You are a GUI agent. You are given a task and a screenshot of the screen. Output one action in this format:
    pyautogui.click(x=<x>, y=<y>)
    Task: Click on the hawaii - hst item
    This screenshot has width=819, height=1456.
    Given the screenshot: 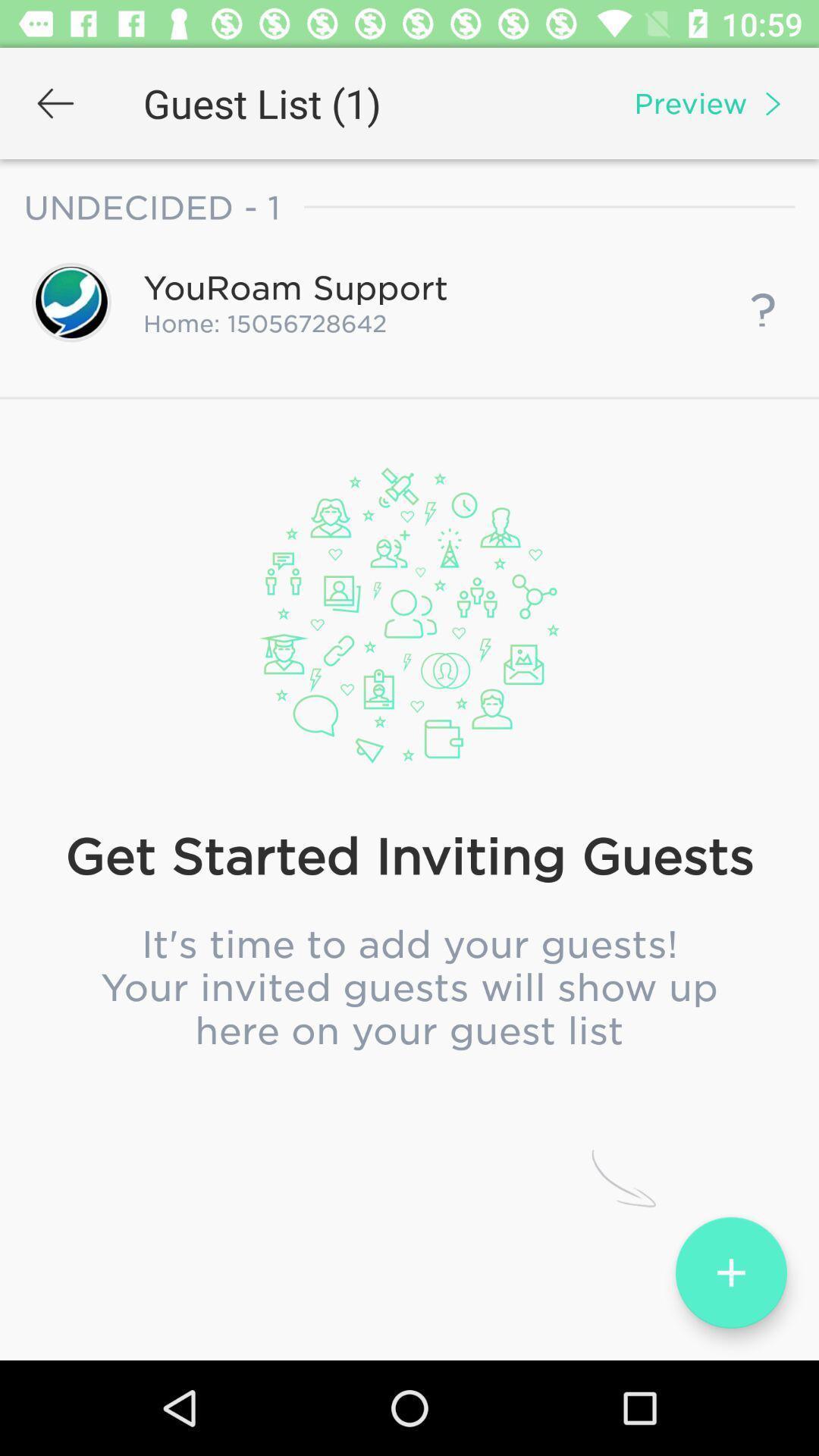 What is the action you would take?
    pyautogui.click(x=409, y=777)
    